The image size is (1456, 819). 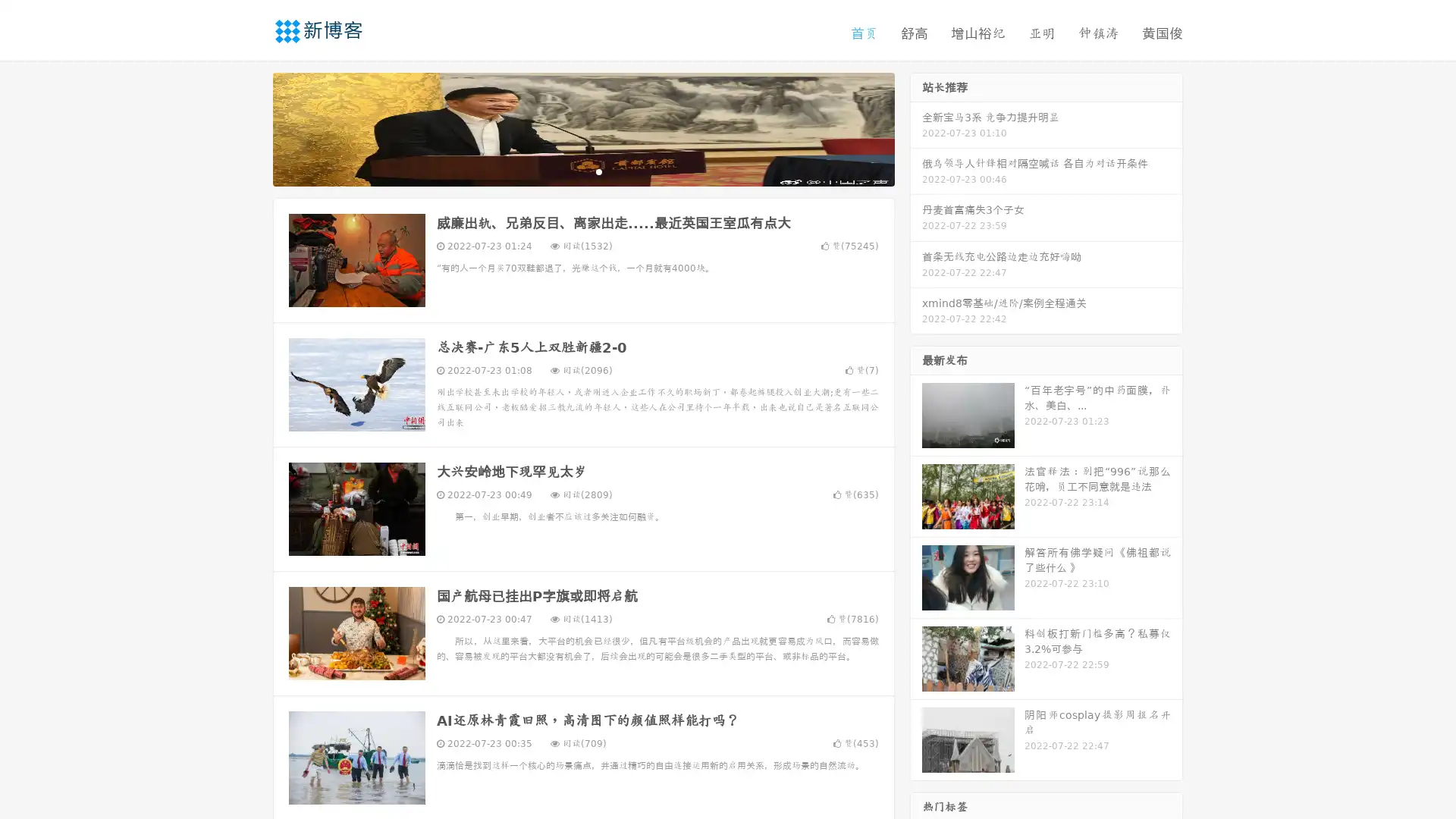 What do you see at coordinates (582, 171) in the screenshot?
I see `Go to slide 2` at bounding box center [582, 171].